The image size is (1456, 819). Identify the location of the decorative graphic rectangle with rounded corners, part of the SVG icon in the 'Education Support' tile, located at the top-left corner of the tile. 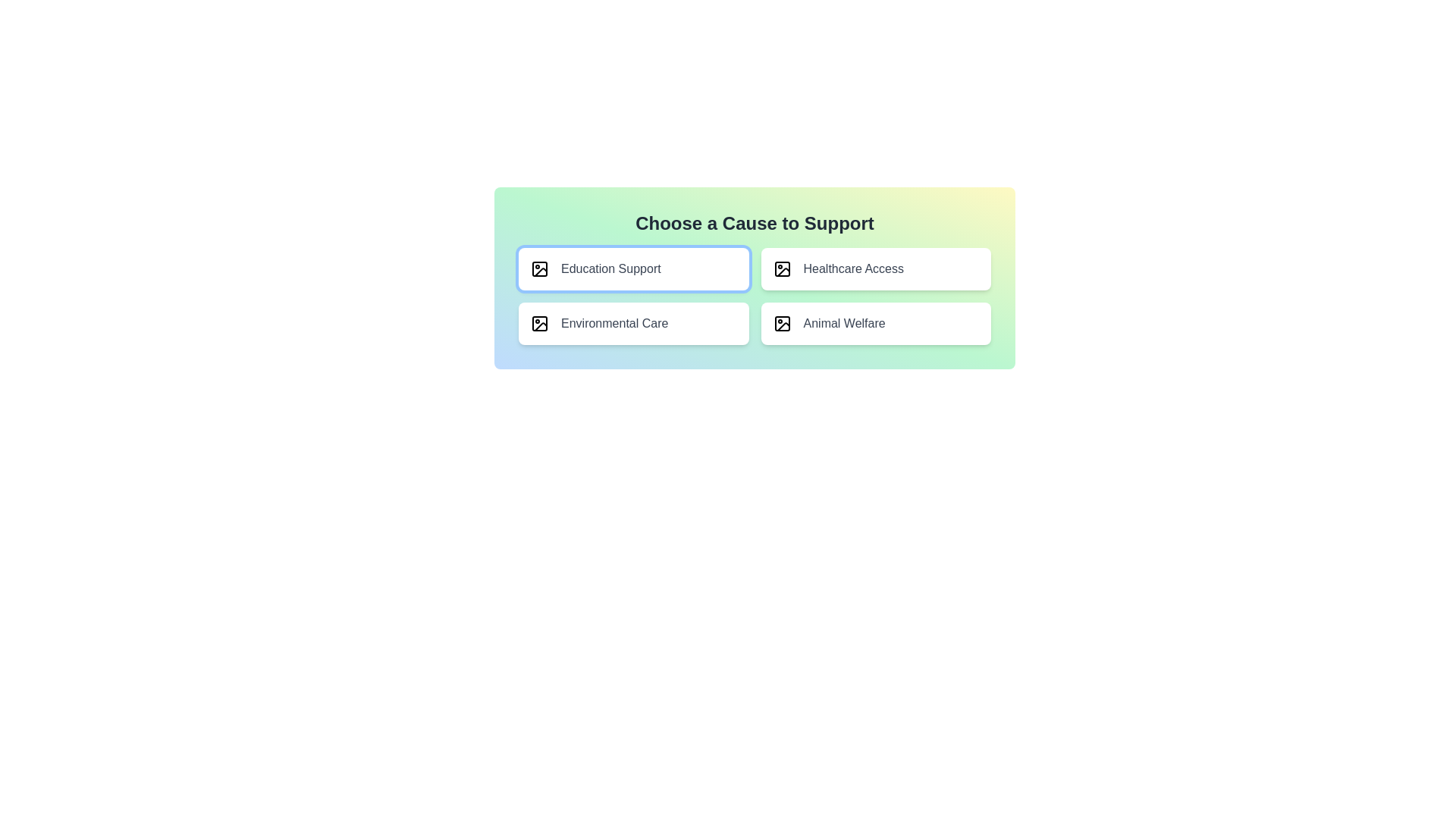
(539, 268).